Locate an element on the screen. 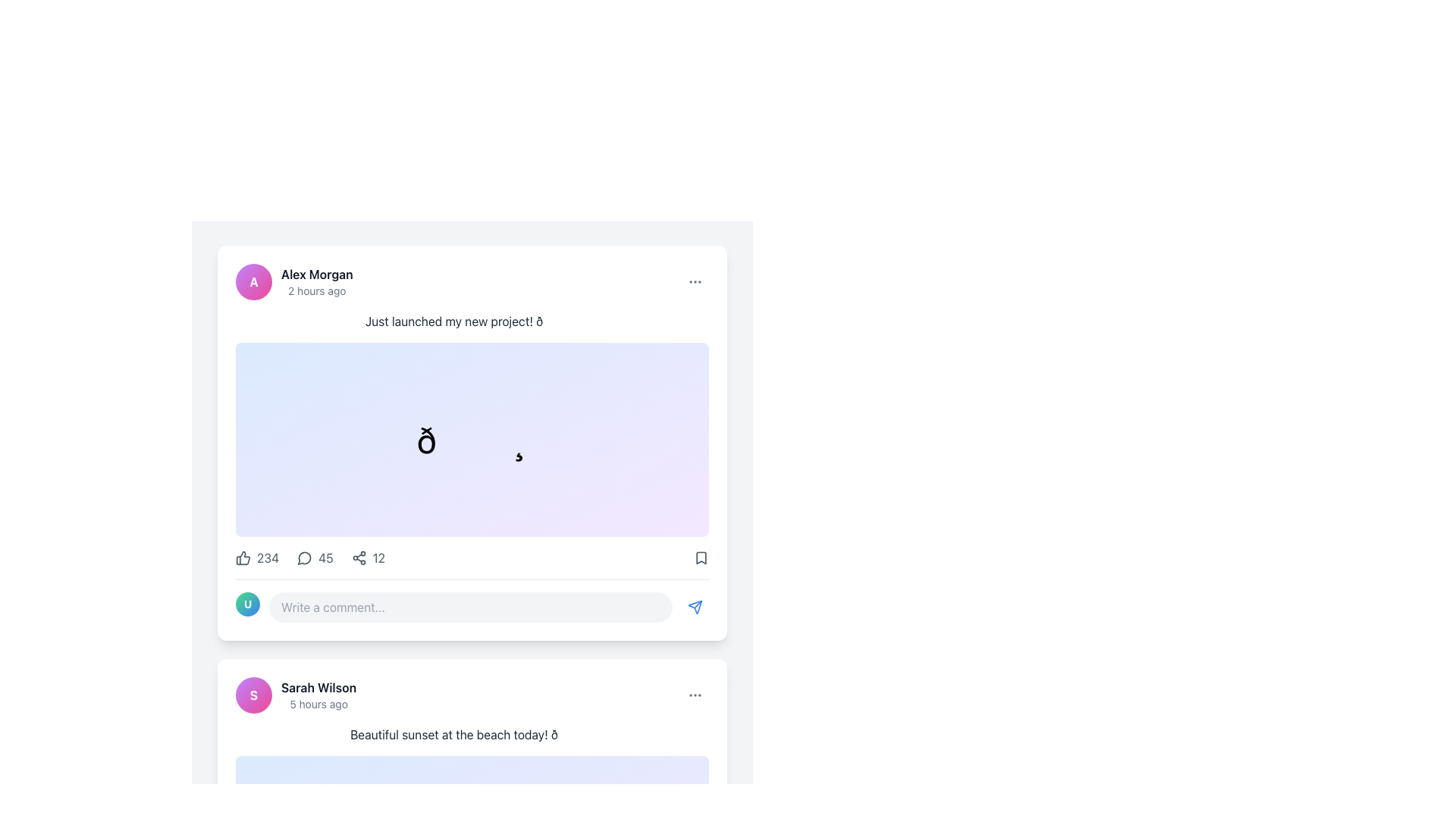  the bookmark icon button, which is a filled triangle shape located at the bottom-right corner of a post is located at coordinates (701, 558).